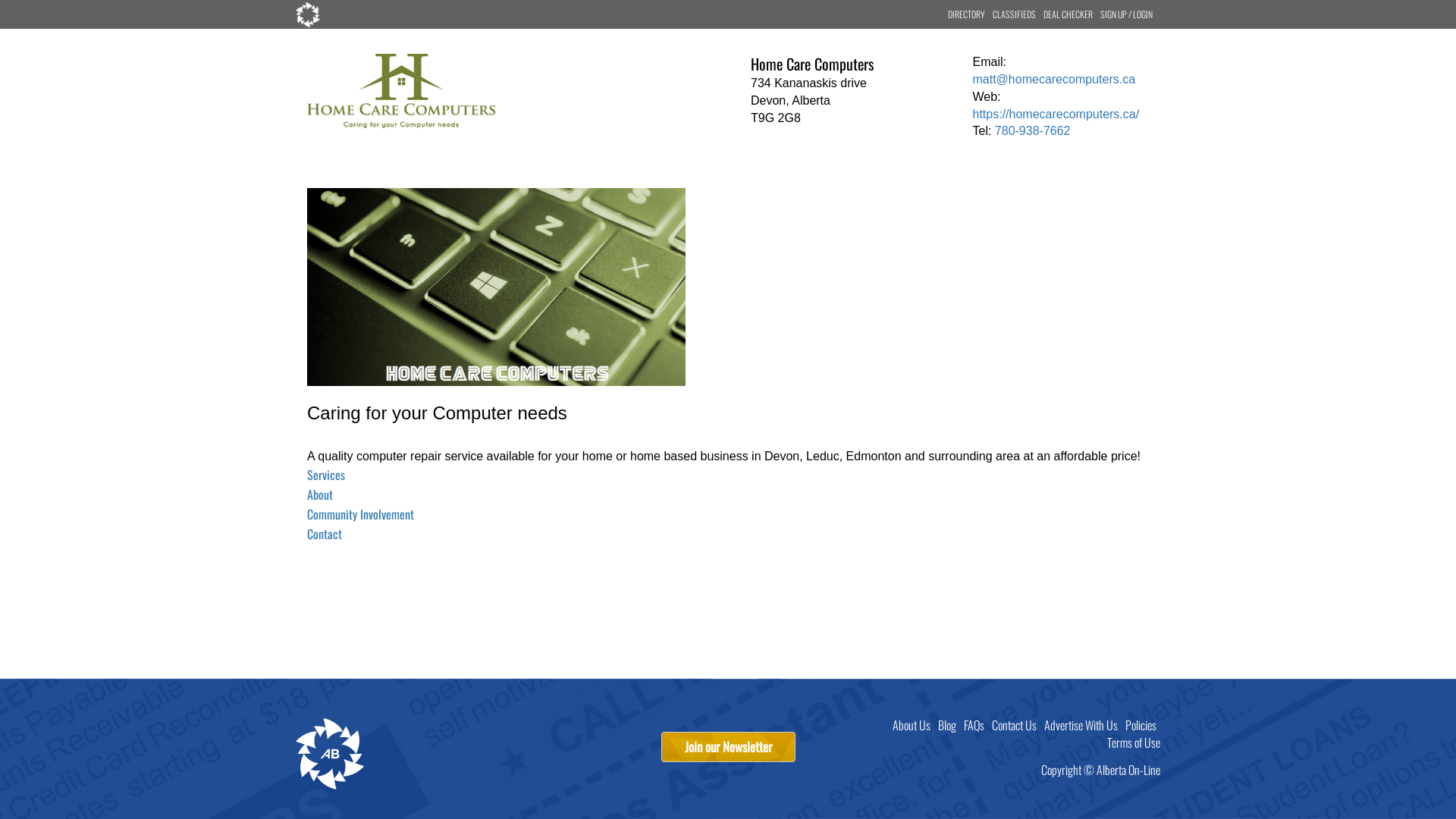  What do you see at coordinates (1032, 130) in the screenshot?
I see `'780-938-7662'` at bounding box center [1032, 130].